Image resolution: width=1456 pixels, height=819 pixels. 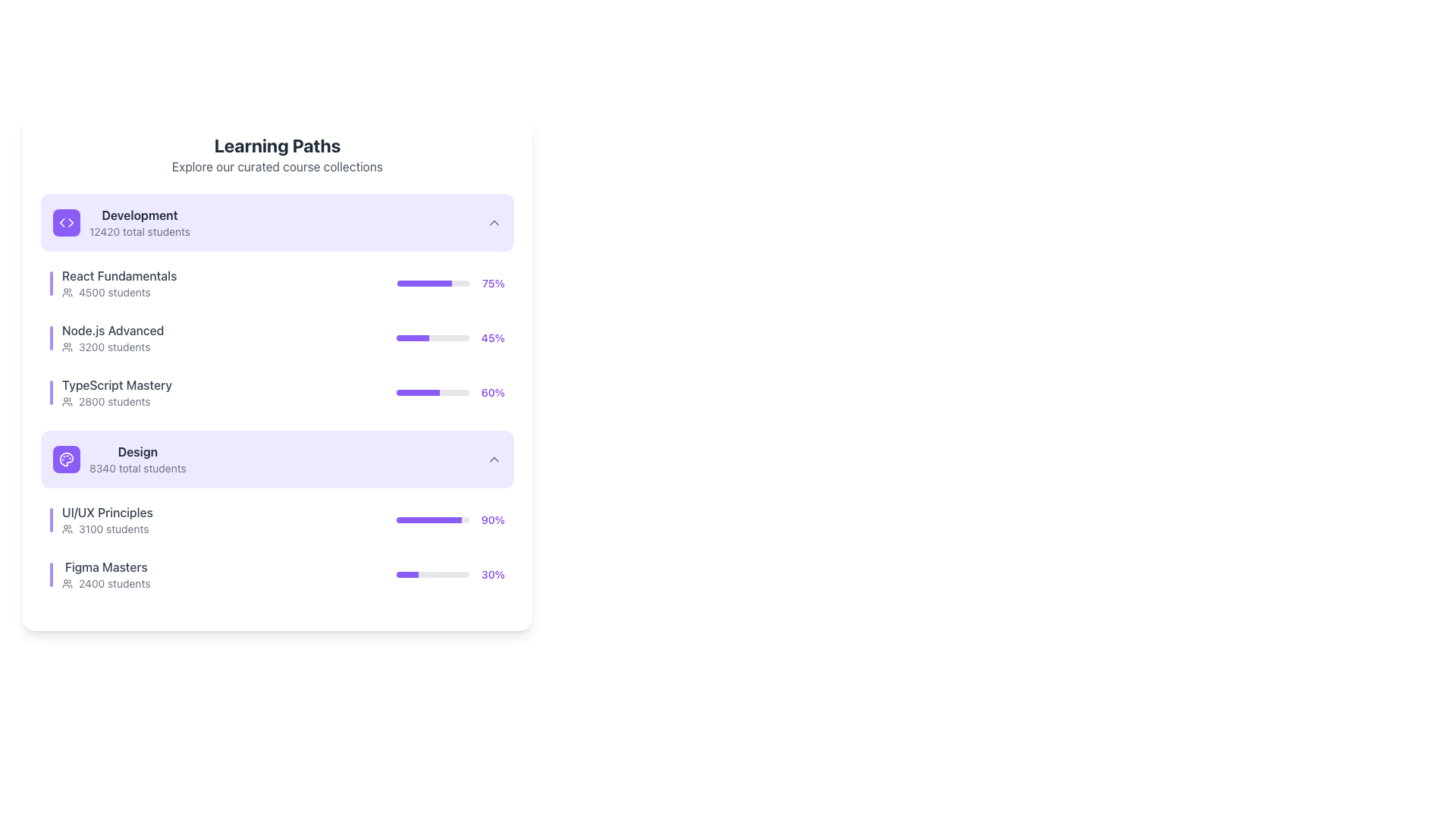 What do you see at coordinates (277, 575) in the screenshot?
I see `the course name 'Figma Masters' in the course overview listing` at bounding box center [277, 575].